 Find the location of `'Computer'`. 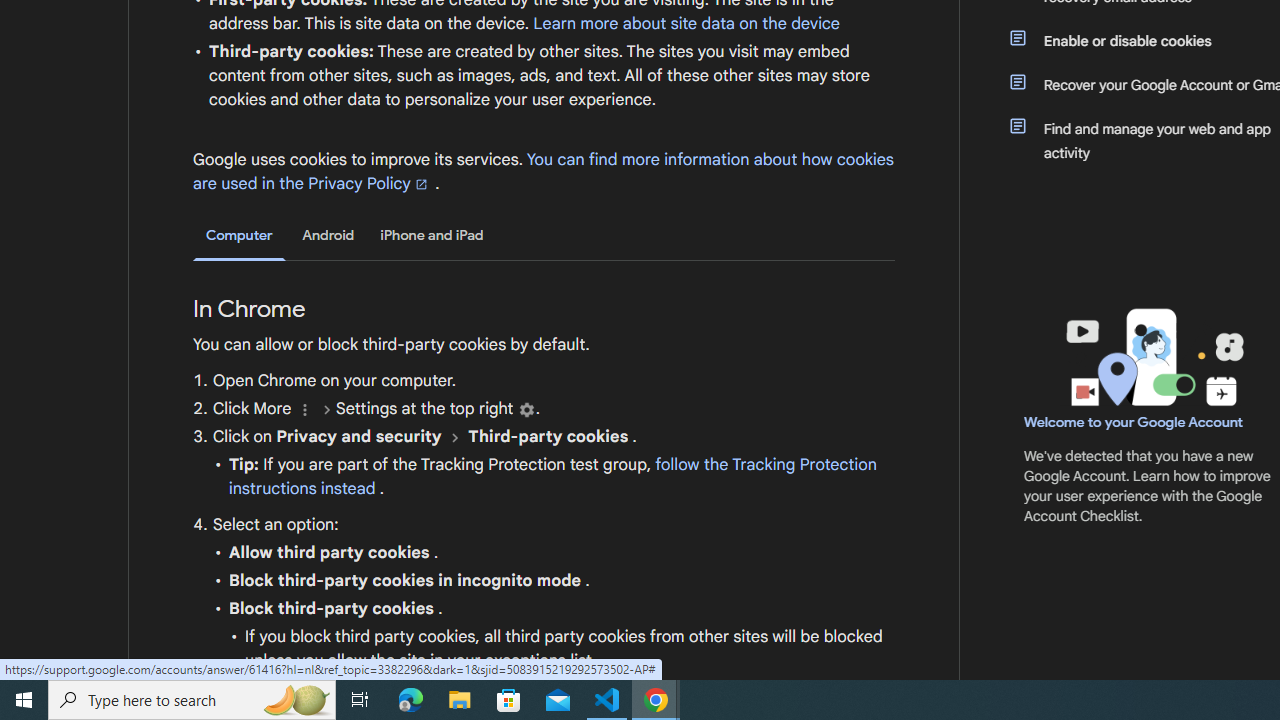

'Computer' is located at coordinates (239, 235).